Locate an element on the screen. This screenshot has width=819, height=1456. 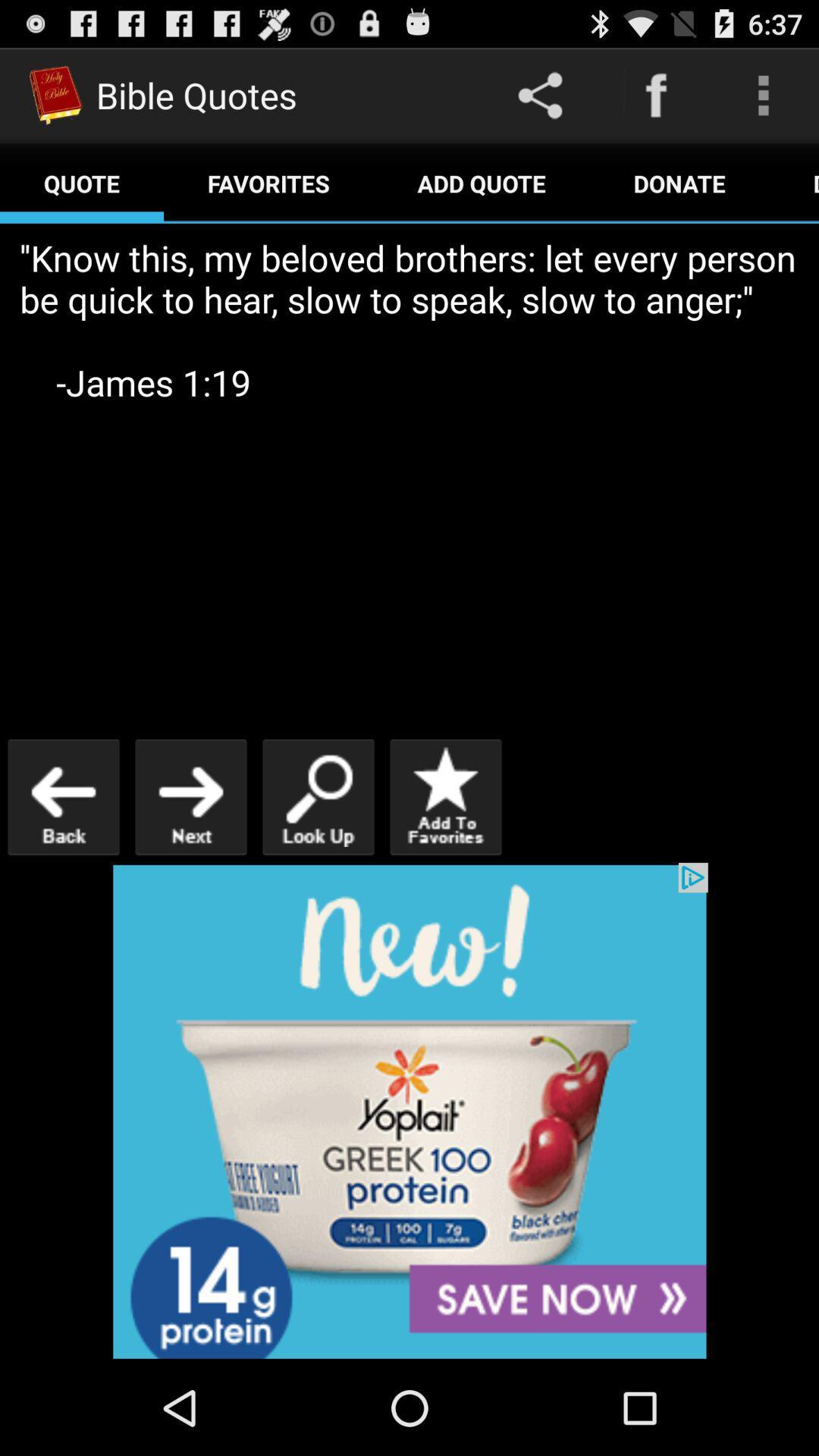
search is located at coordinates (318, 796).